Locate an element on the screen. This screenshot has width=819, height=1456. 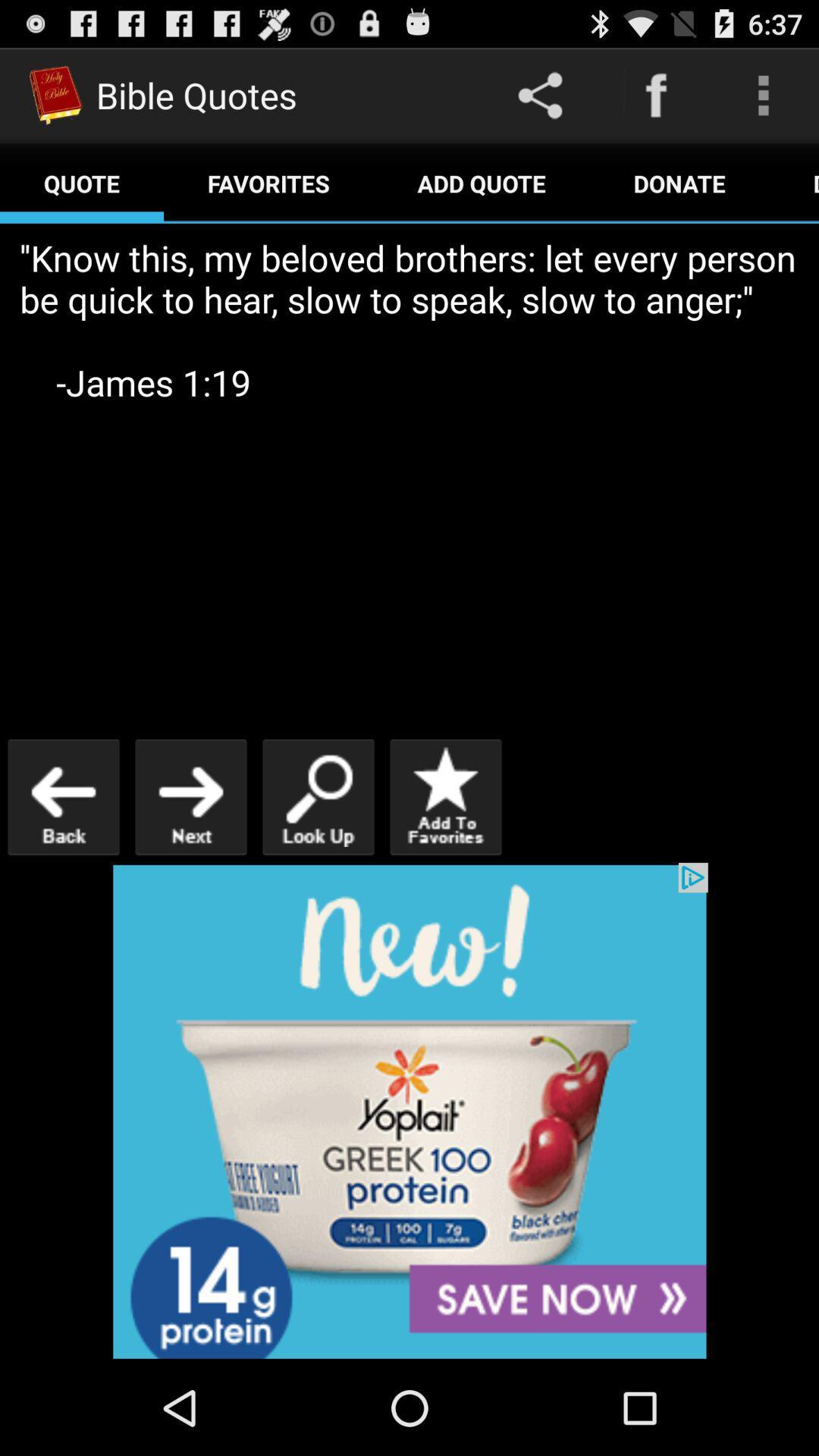
search is located at coordinates (318, 796).